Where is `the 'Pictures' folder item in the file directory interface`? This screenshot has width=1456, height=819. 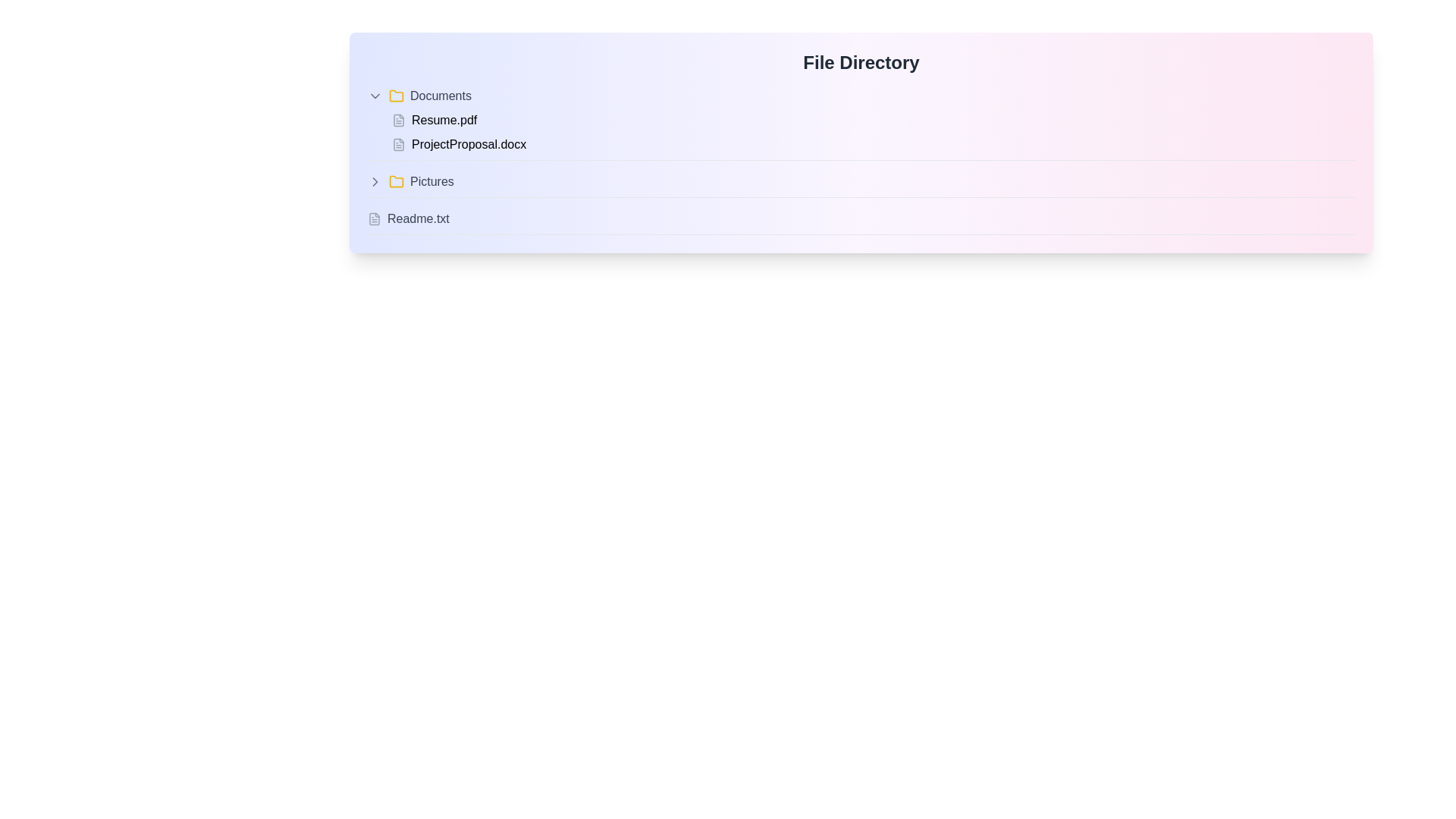
the 'Pictures' folder item in the file directory interface is located at coordinates (861, 184).